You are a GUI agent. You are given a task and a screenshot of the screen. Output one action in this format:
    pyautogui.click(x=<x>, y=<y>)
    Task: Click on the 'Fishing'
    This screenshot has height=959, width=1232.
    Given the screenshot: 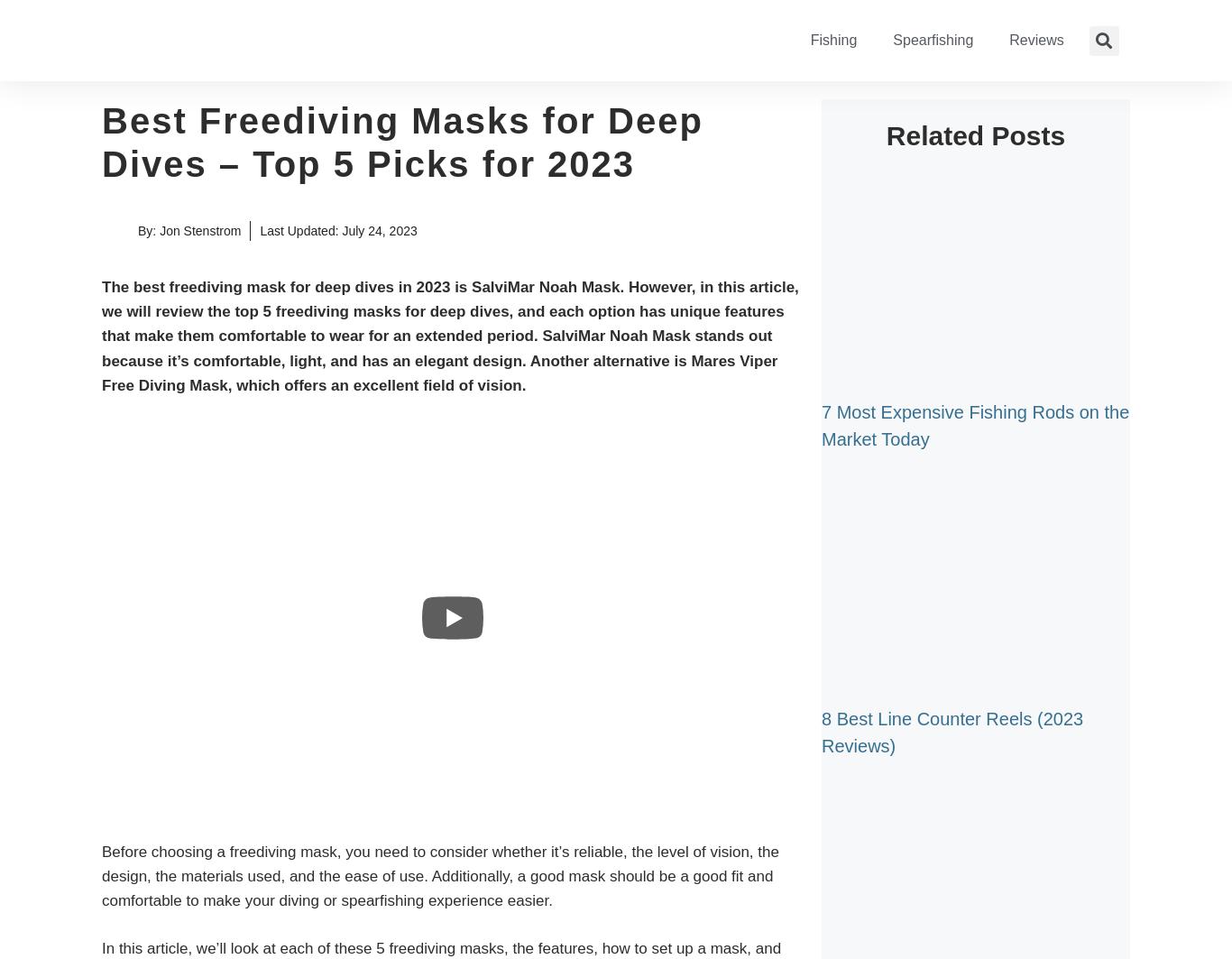 What is the action you would take?
    pyautogui.click(x=809, y=40)
    